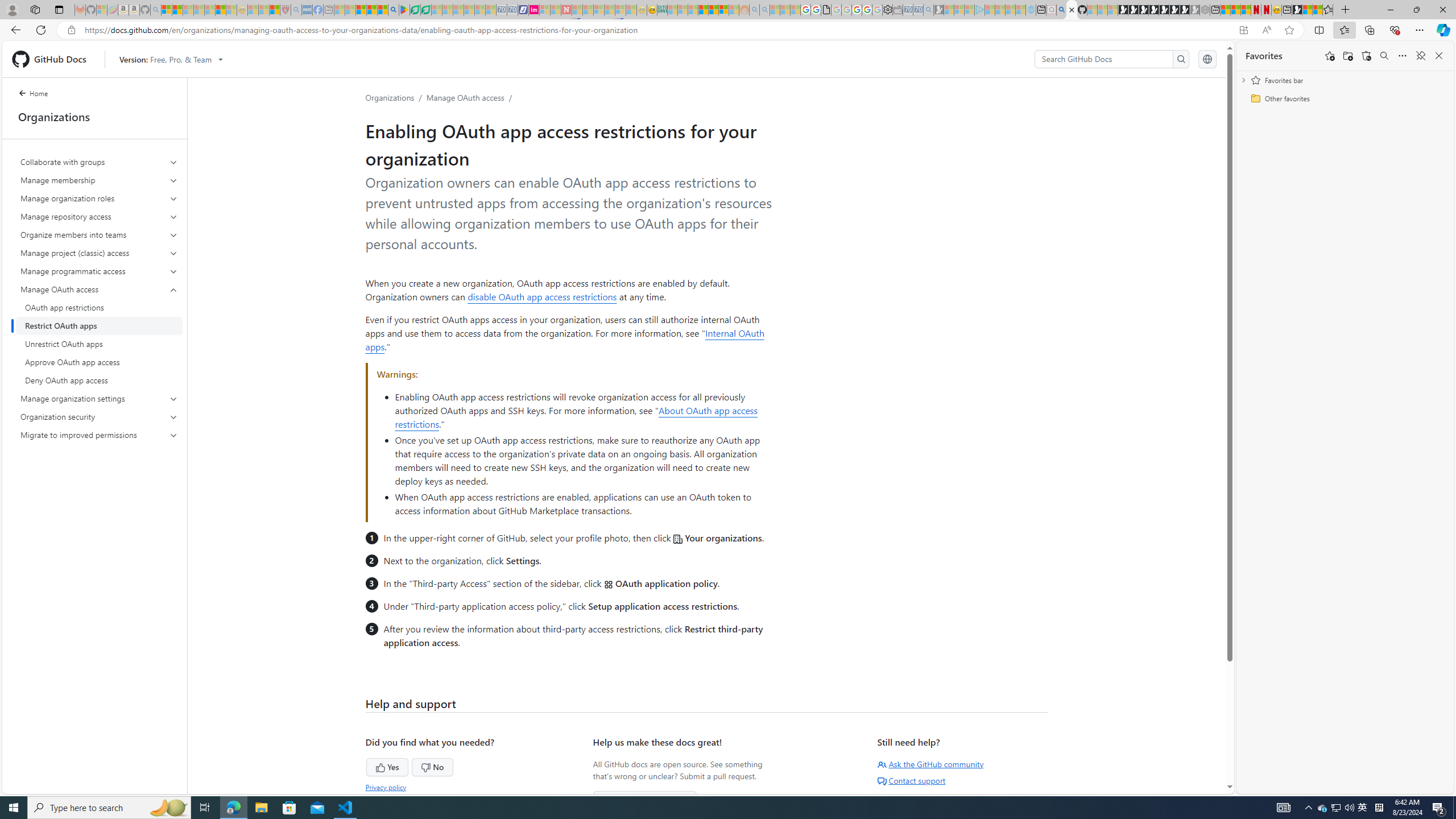 Image resolution: width=1456 pixels, height=819 pixels. What do you see at coordinates (99, 307) in the screenshot?
I see `'OAuth app restrictions'` at bounding box center [99, 307].